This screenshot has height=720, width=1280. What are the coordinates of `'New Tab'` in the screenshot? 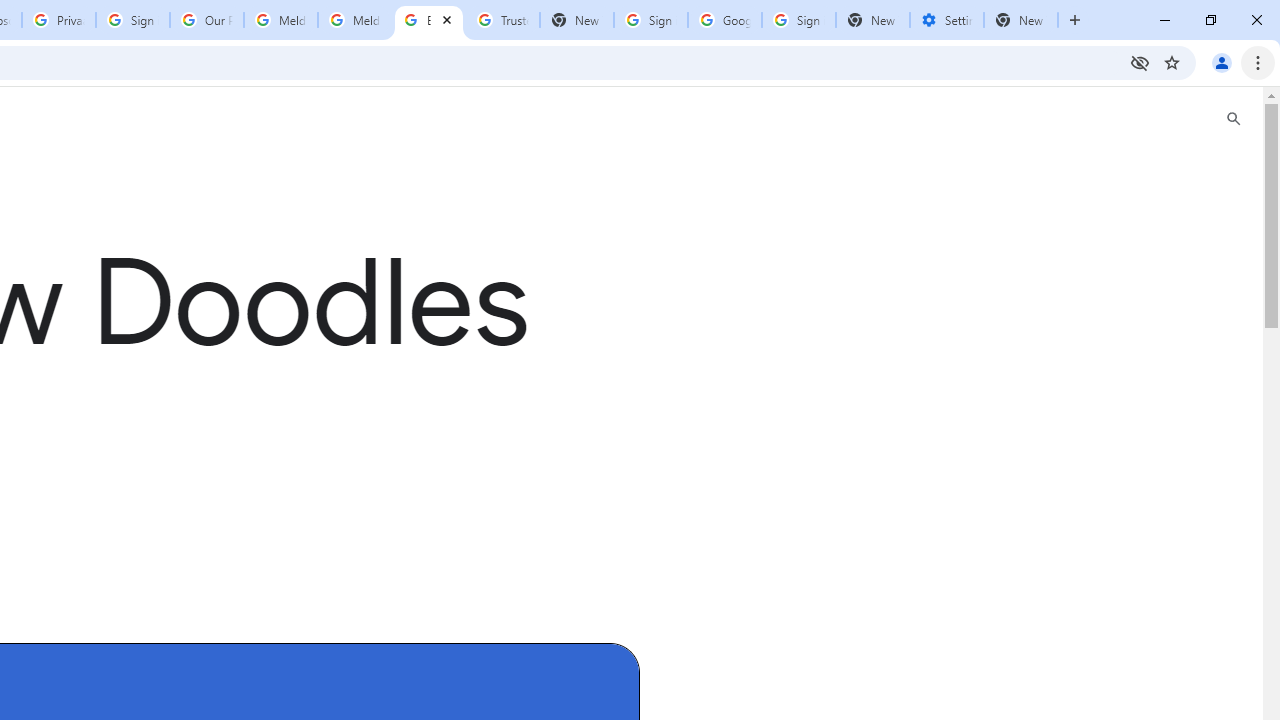 It's located at (1021, 20).